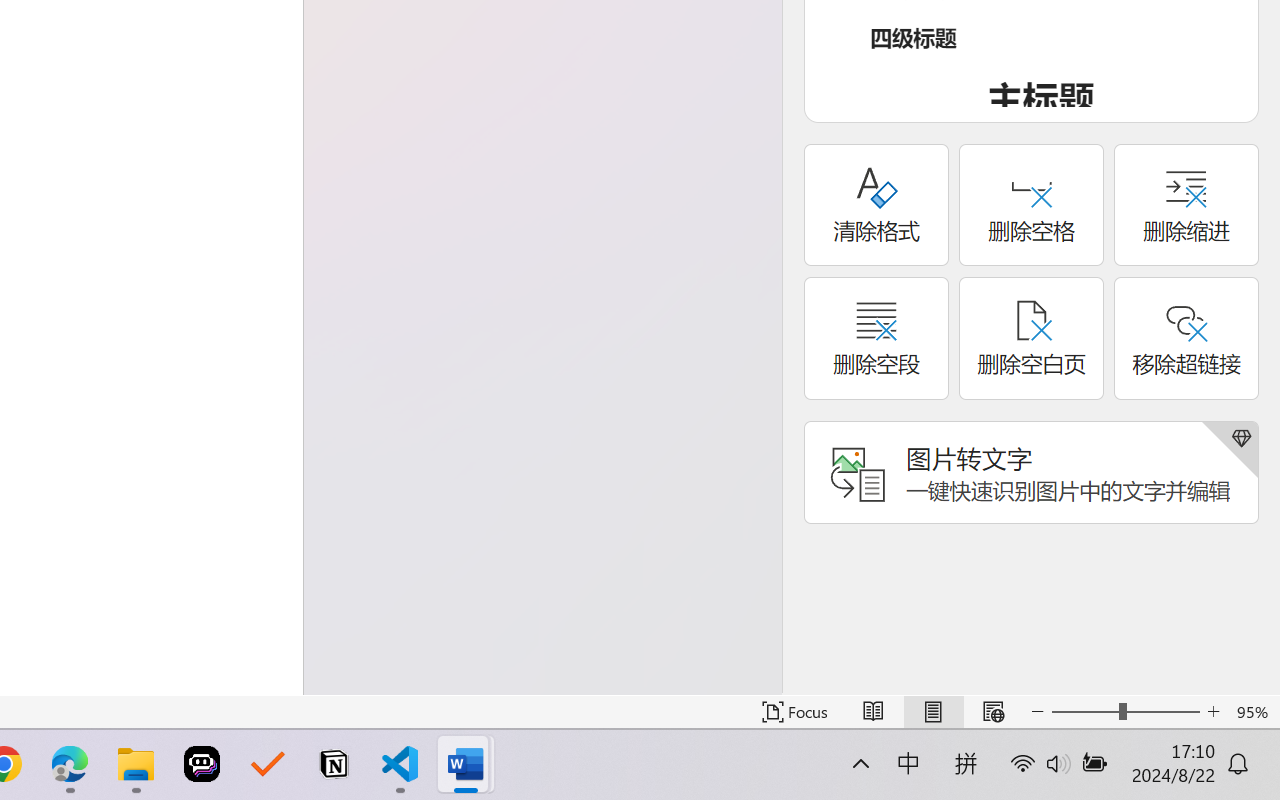  Describe the element at coordinates (1252, 711) in the screenshot. I see `'Zoom 95%'` at that location.